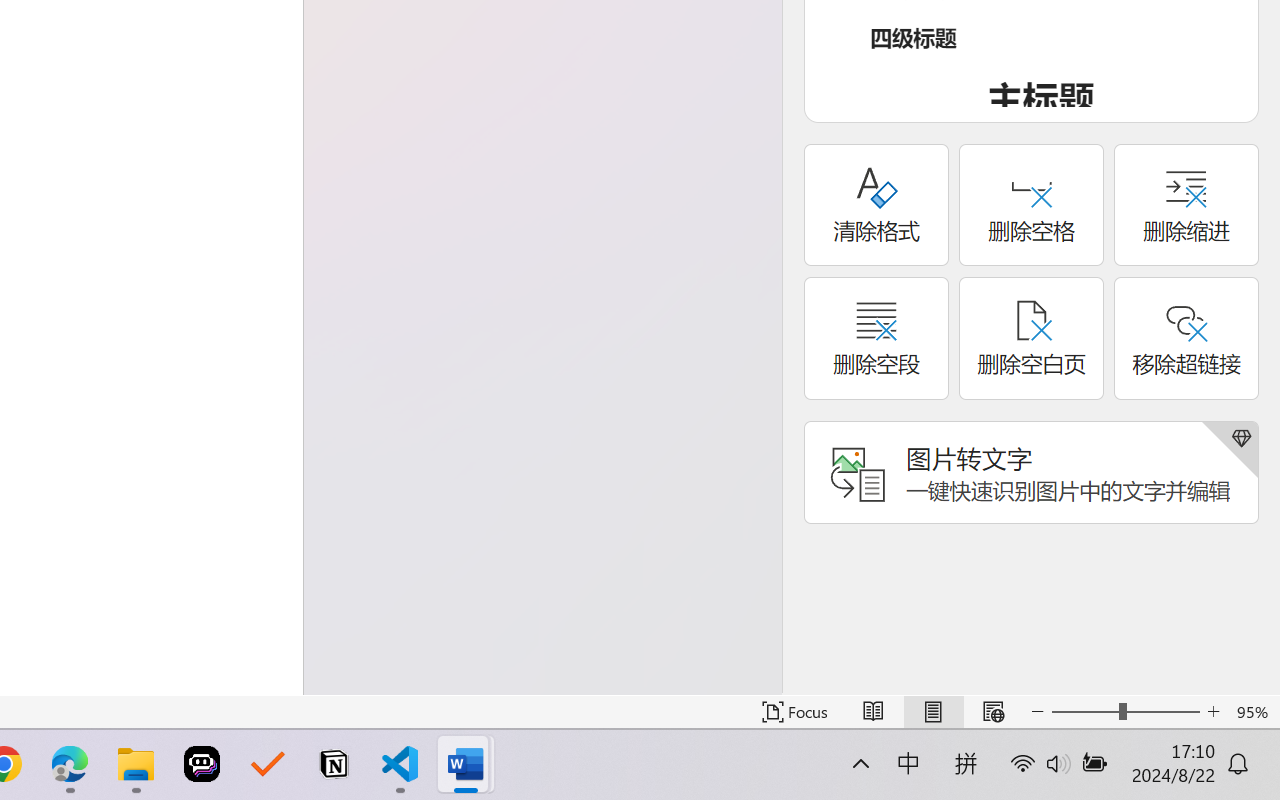  Describe the element at coordinates (1252, 711) in the screenshot. I see `'Zoom 95%'` at that location.